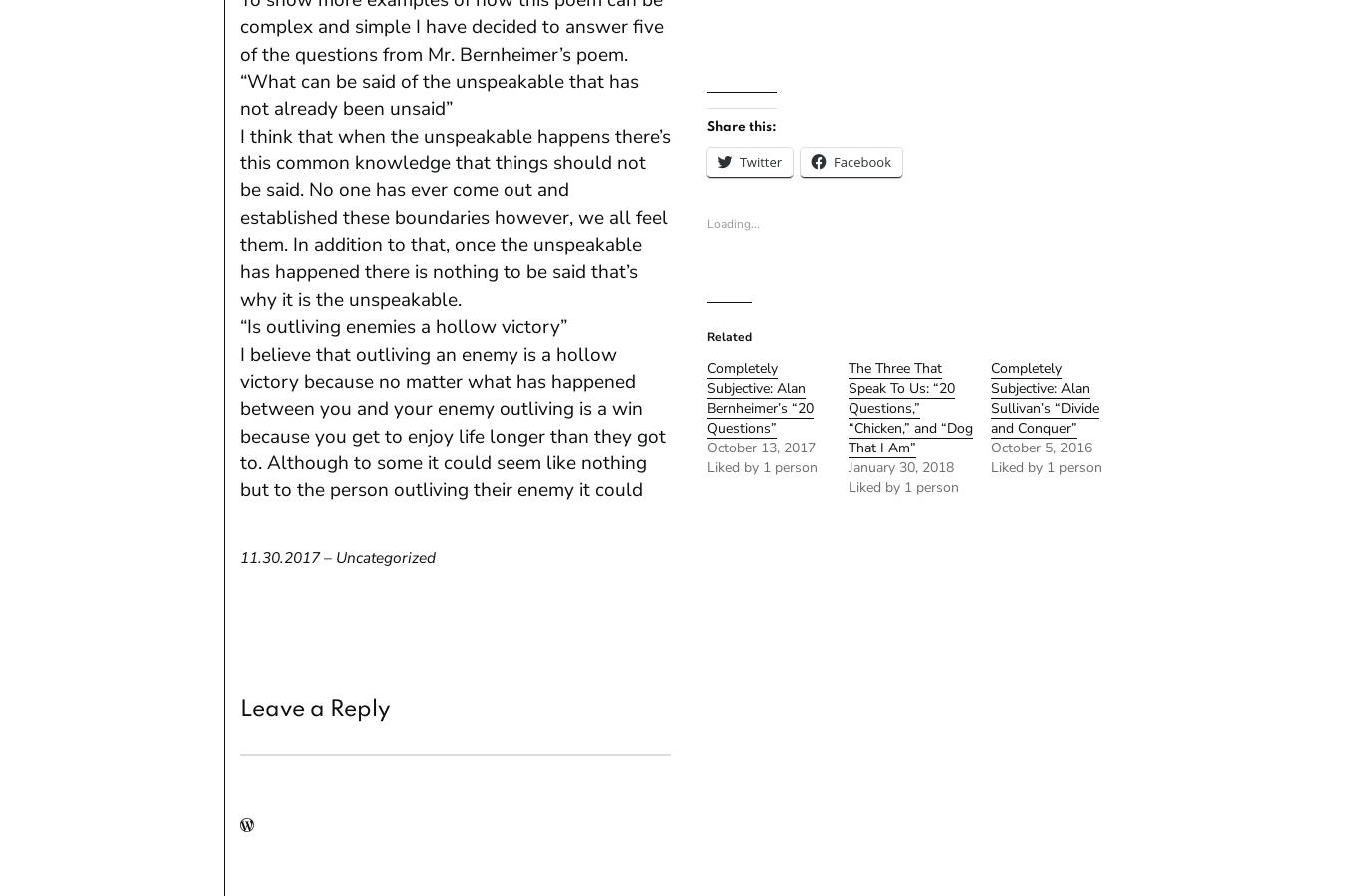  What do you see at coordinates (740, 126) in the screenshot?
I see `'Share this:'` at bounding box center [740, 126].